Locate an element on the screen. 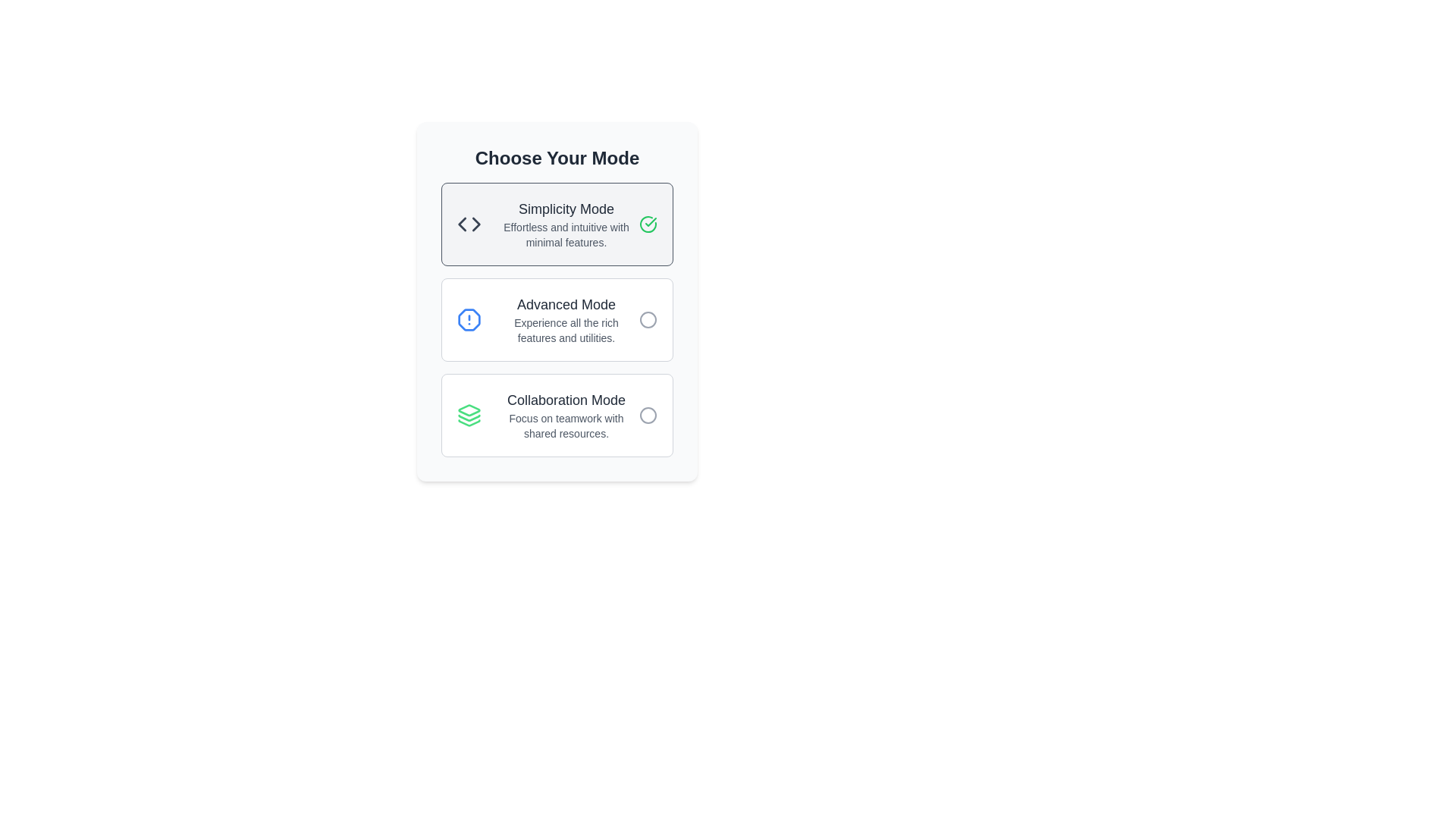 Image resolution: width=1456 pixels, height=819 pixels. the text block containing the sentence 'Effortless and intuitive with minimal features.' which is styled small and gray, located below the heading 'Simplicity Mode.' is located at coordinates (566, 234).